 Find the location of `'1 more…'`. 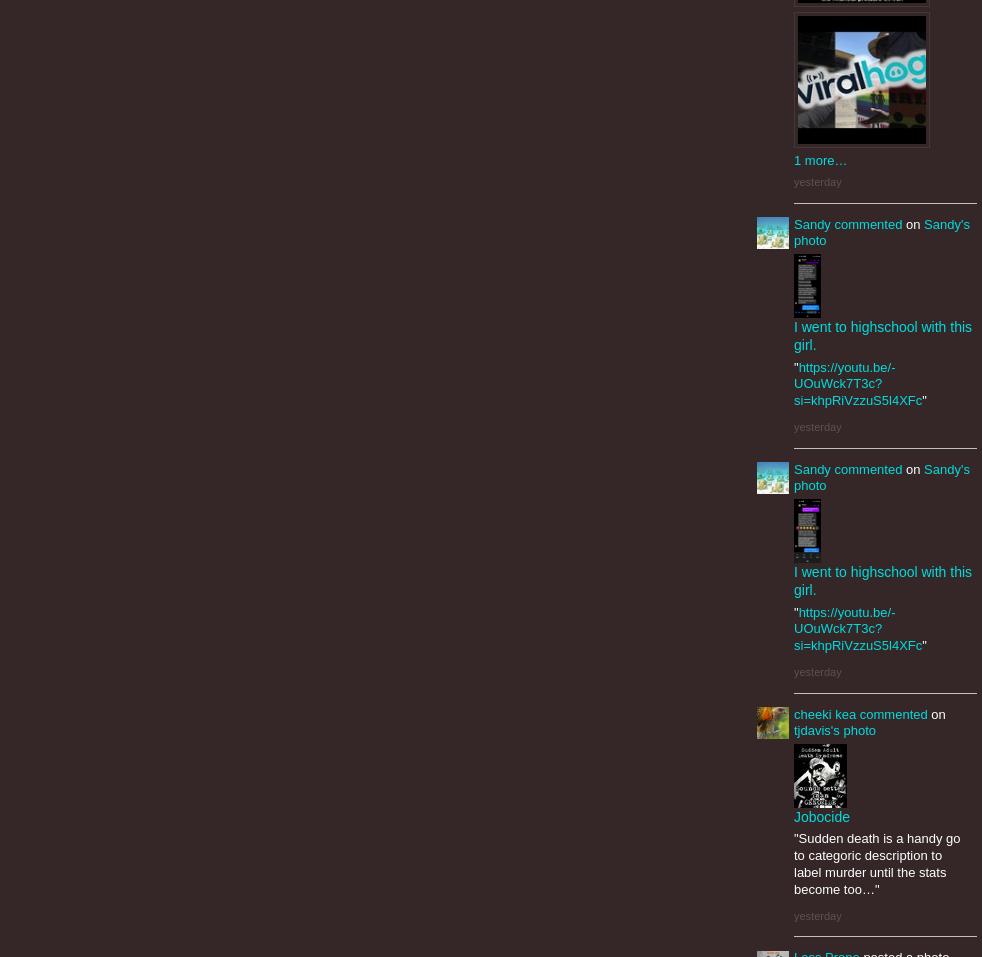

'1 more…' is located at coordinates (820, 160).